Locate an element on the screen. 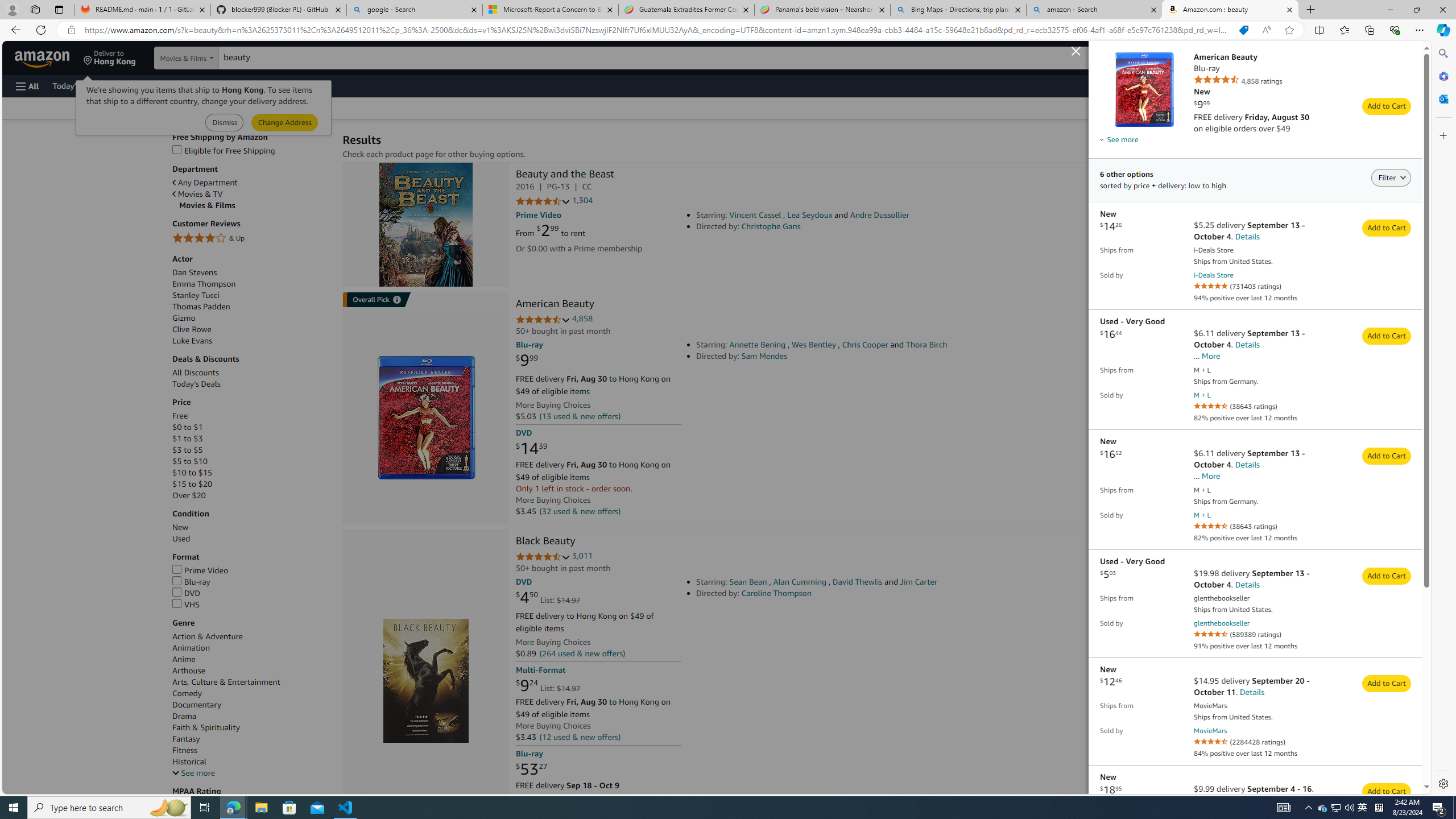 This screenshot has height=819, width=1456. 'Add this page to favorites (Ctrl+D)' is located at coordinates (1289, 30).